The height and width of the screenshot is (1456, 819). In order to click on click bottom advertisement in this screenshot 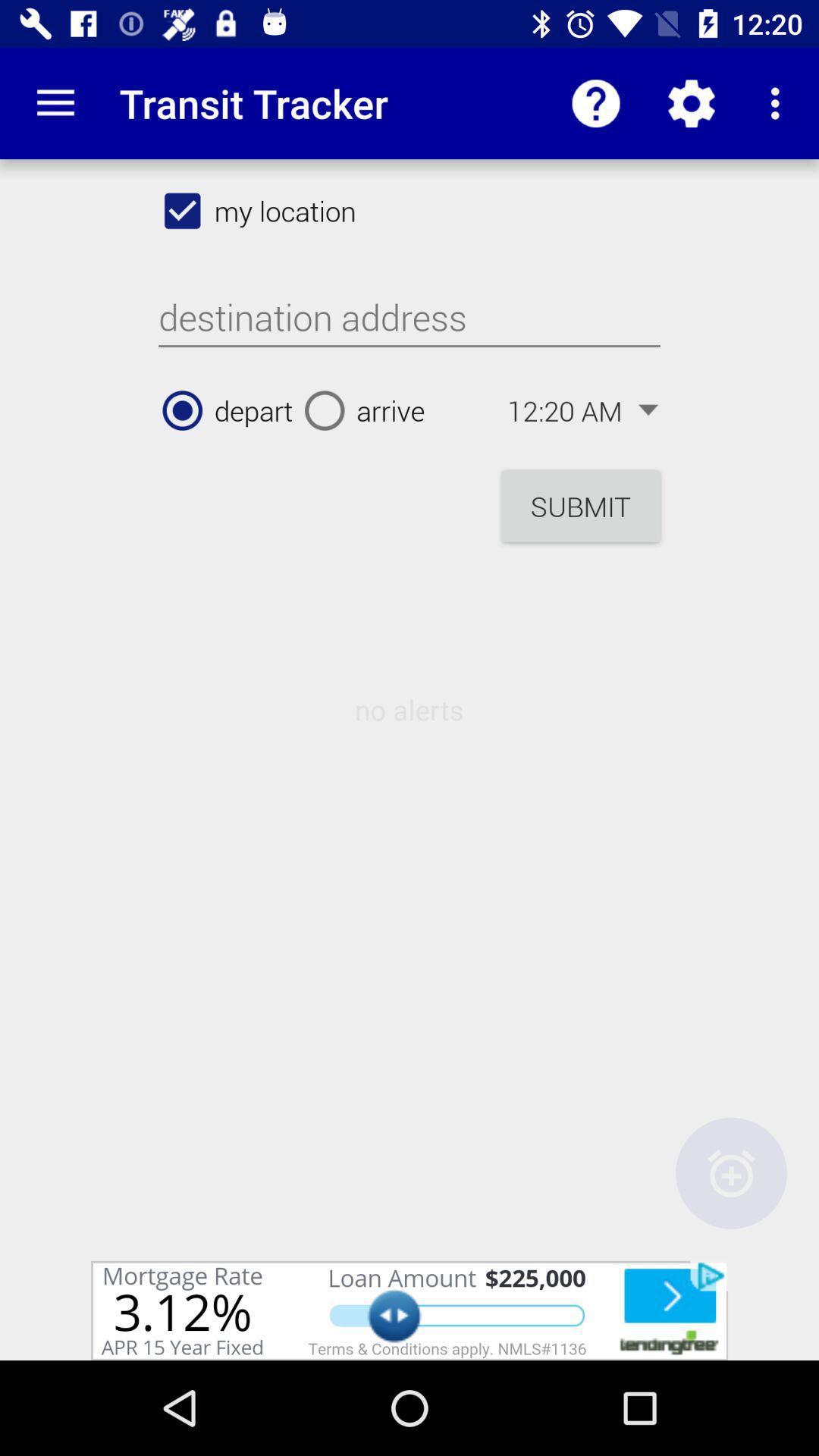, I will do `click(409, 1310)`.